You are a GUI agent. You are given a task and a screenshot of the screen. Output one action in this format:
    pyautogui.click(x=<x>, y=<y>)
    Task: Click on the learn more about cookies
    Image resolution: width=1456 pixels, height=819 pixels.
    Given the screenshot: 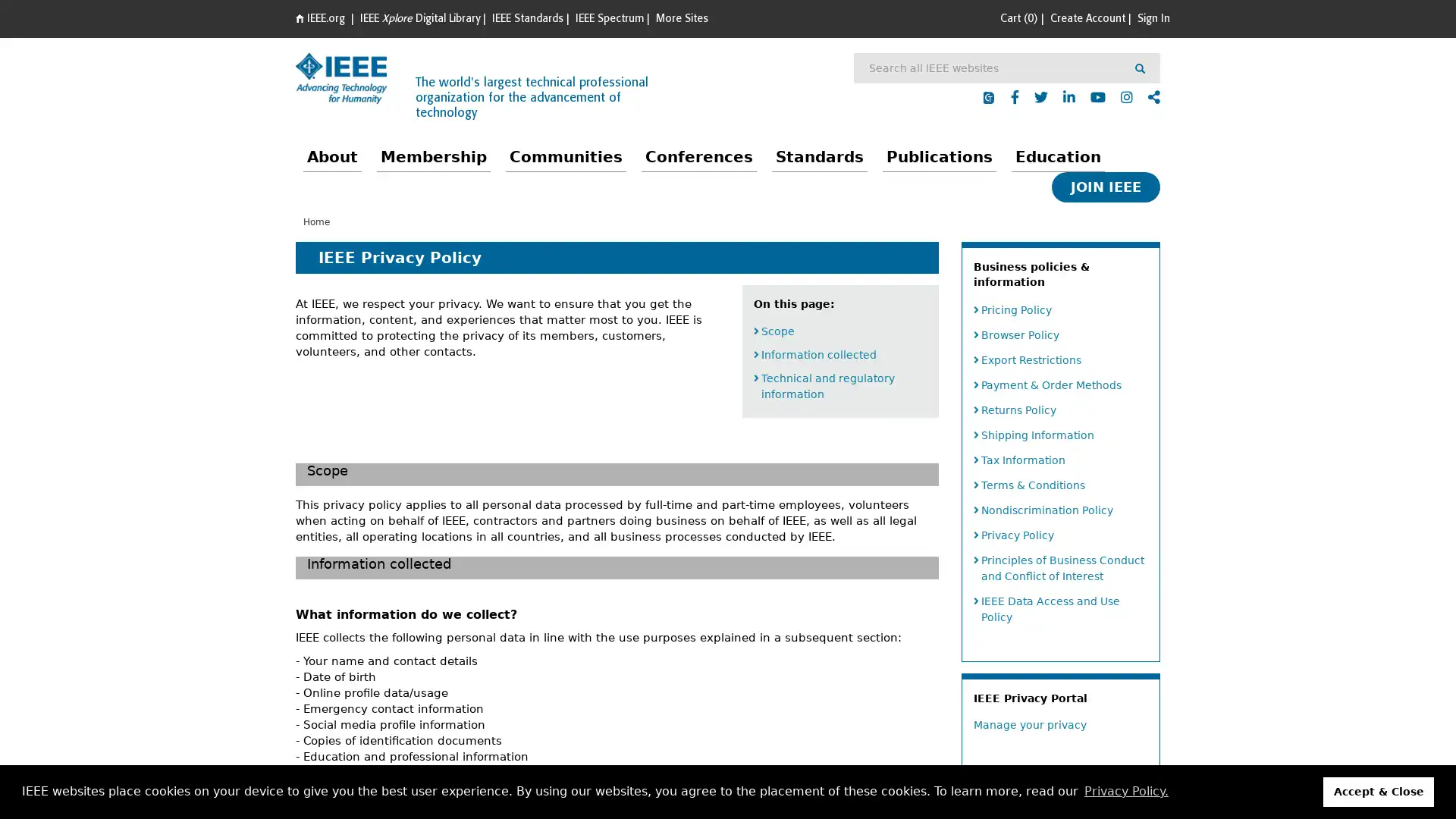 What is the action you would take?
    pyautogui.click(x=1125, y=791)
    